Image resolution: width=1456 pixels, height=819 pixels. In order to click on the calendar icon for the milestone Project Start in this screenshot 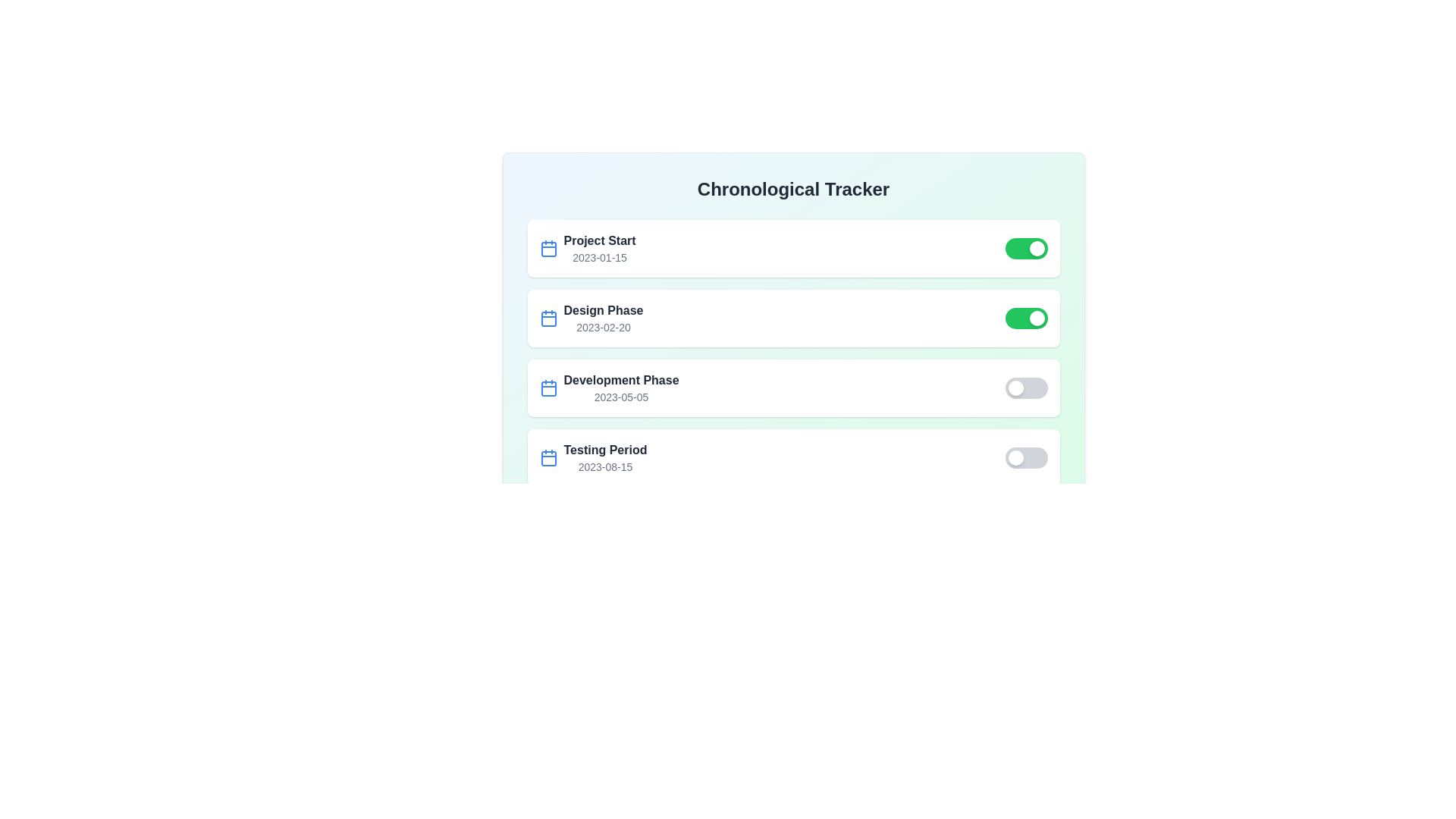, I will do `click(548, 247)`.